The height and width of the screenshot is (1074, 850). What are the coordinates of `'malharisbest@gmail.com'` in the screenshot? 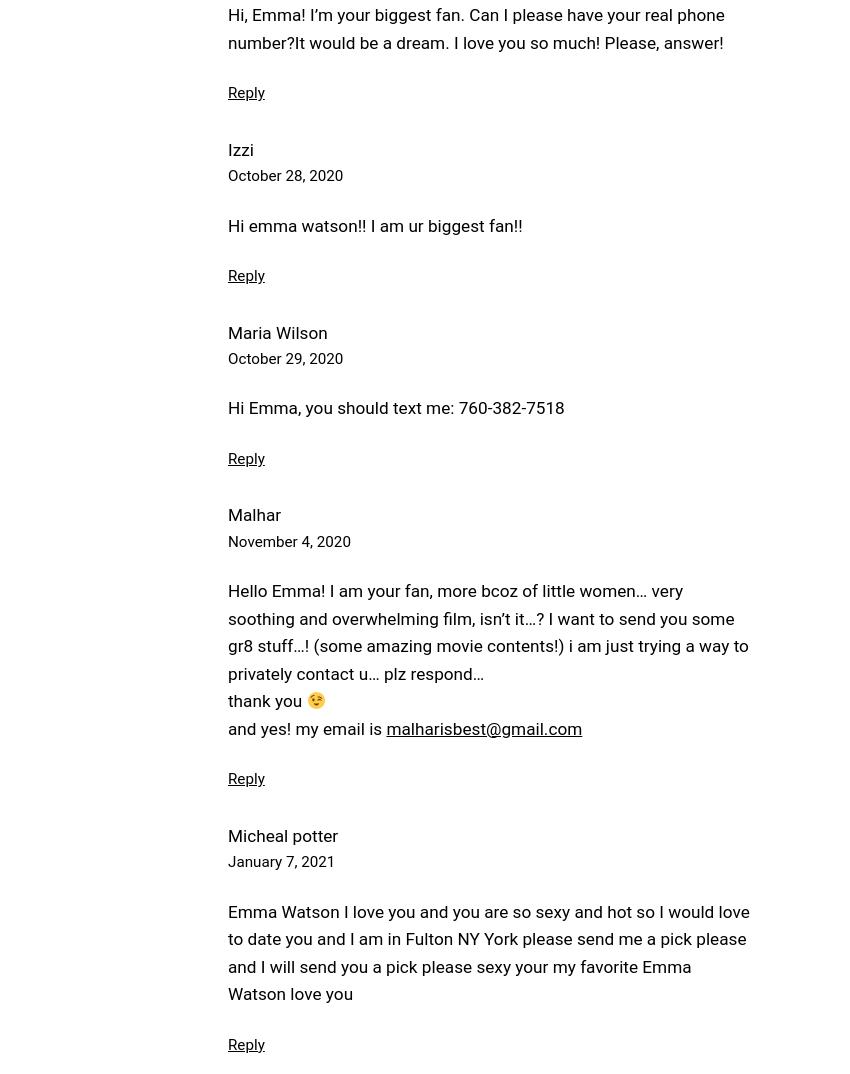 It's located at (483, 727).